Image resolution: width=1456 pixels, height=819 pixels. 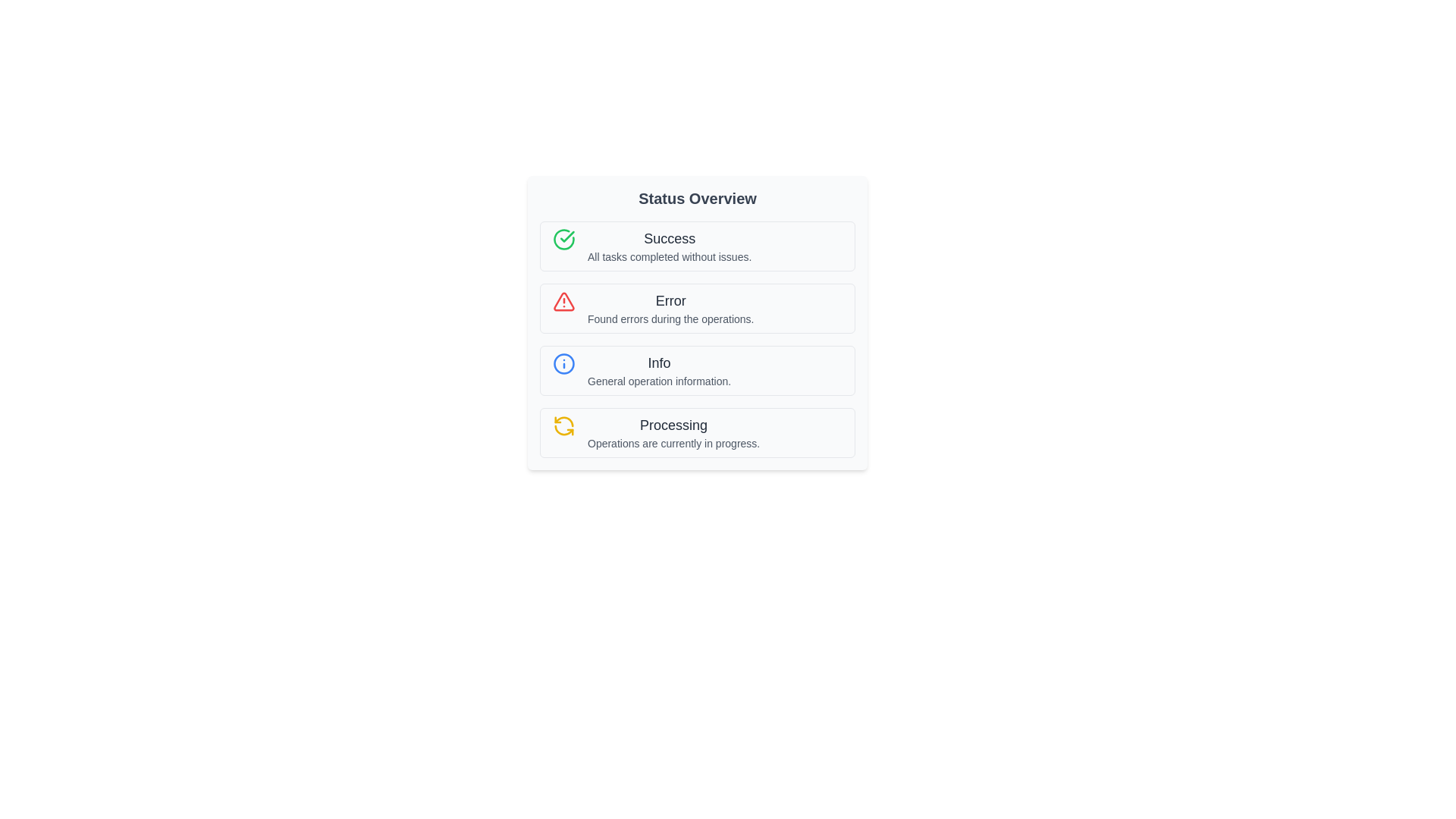 What do you see at coordinates (669, 239) in the screenshot?
I see `the 'Success' text label, which is styled in a larger, bold font and serves as a header for a status item, located above the text 'All tasks completed without issues.'` at bounding box center [669, 239].